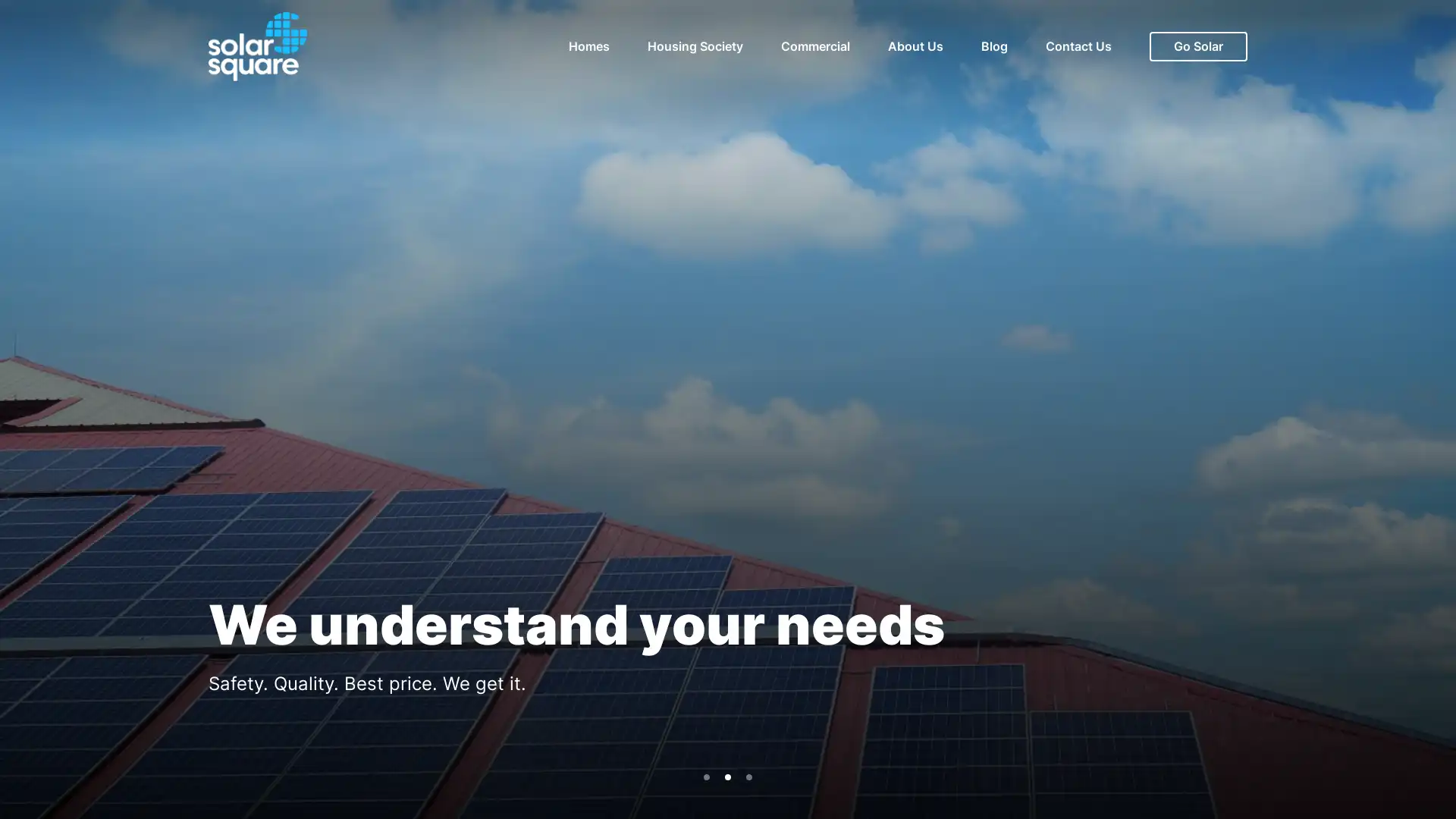 This screenshot has height=819, width=1456. Describe the element at coordinates (705, 777) in the screenshot. I see `Go to slide 1` at that location.